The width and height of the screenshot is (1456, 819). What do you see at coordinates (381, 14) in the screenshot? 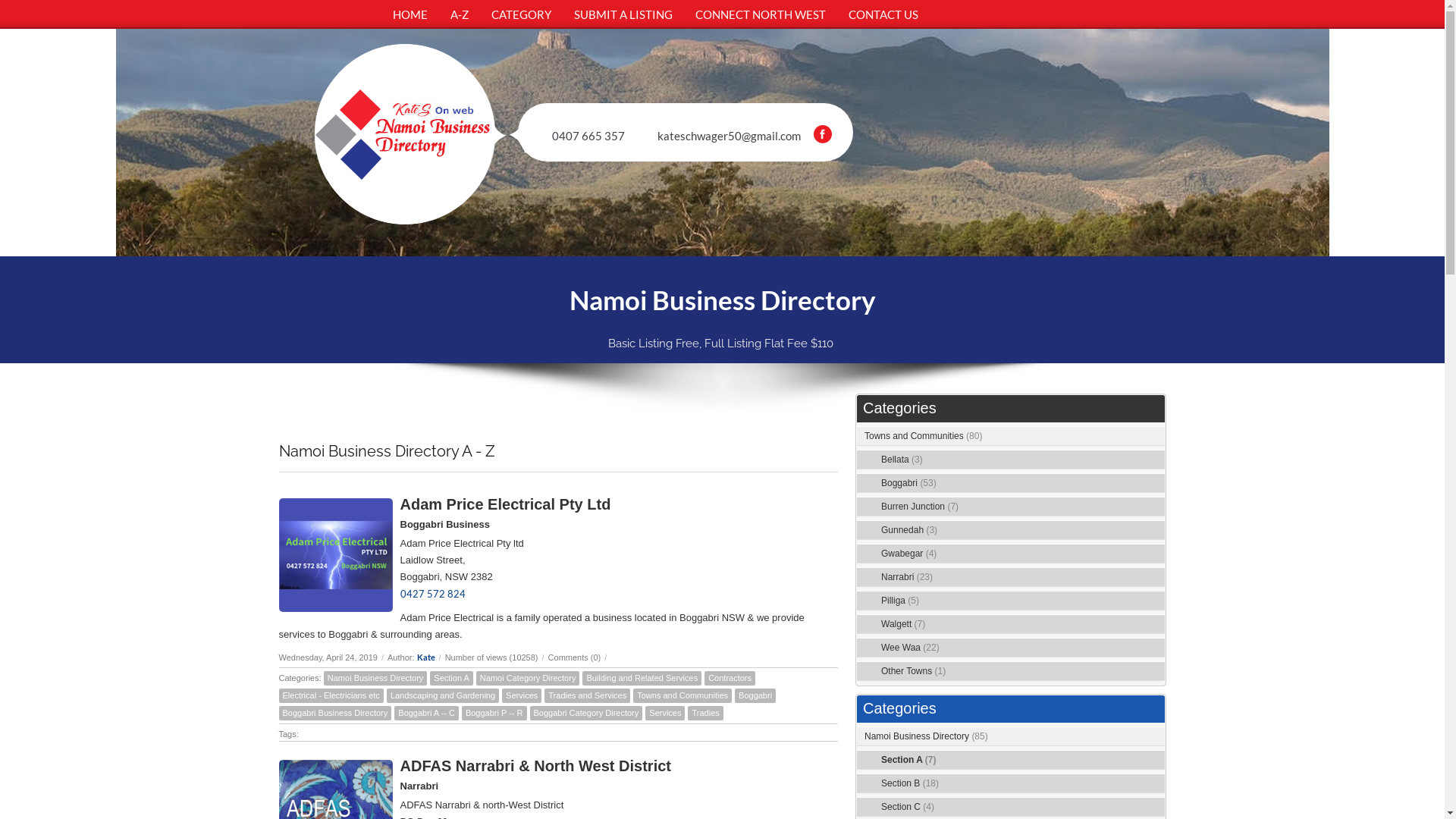
I see `'HOME'` at bounding box center [381, 14].